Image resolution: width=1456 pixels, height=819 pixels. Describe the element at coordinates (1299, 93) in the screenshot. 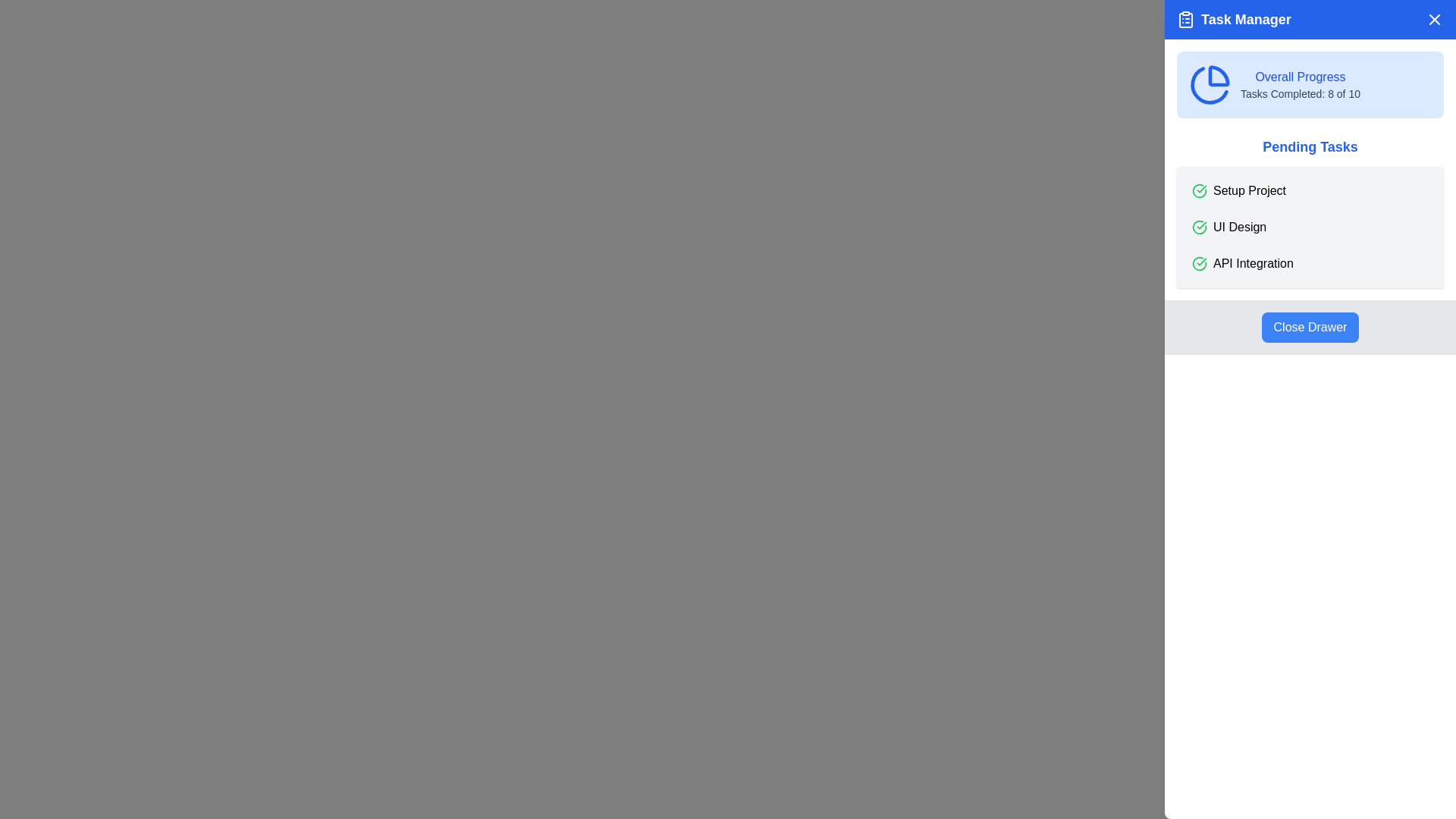

I see `the static text label UI component that displays progress information, located in the upper-right corner of the interface below the 'Overall Progress' title` at that location.